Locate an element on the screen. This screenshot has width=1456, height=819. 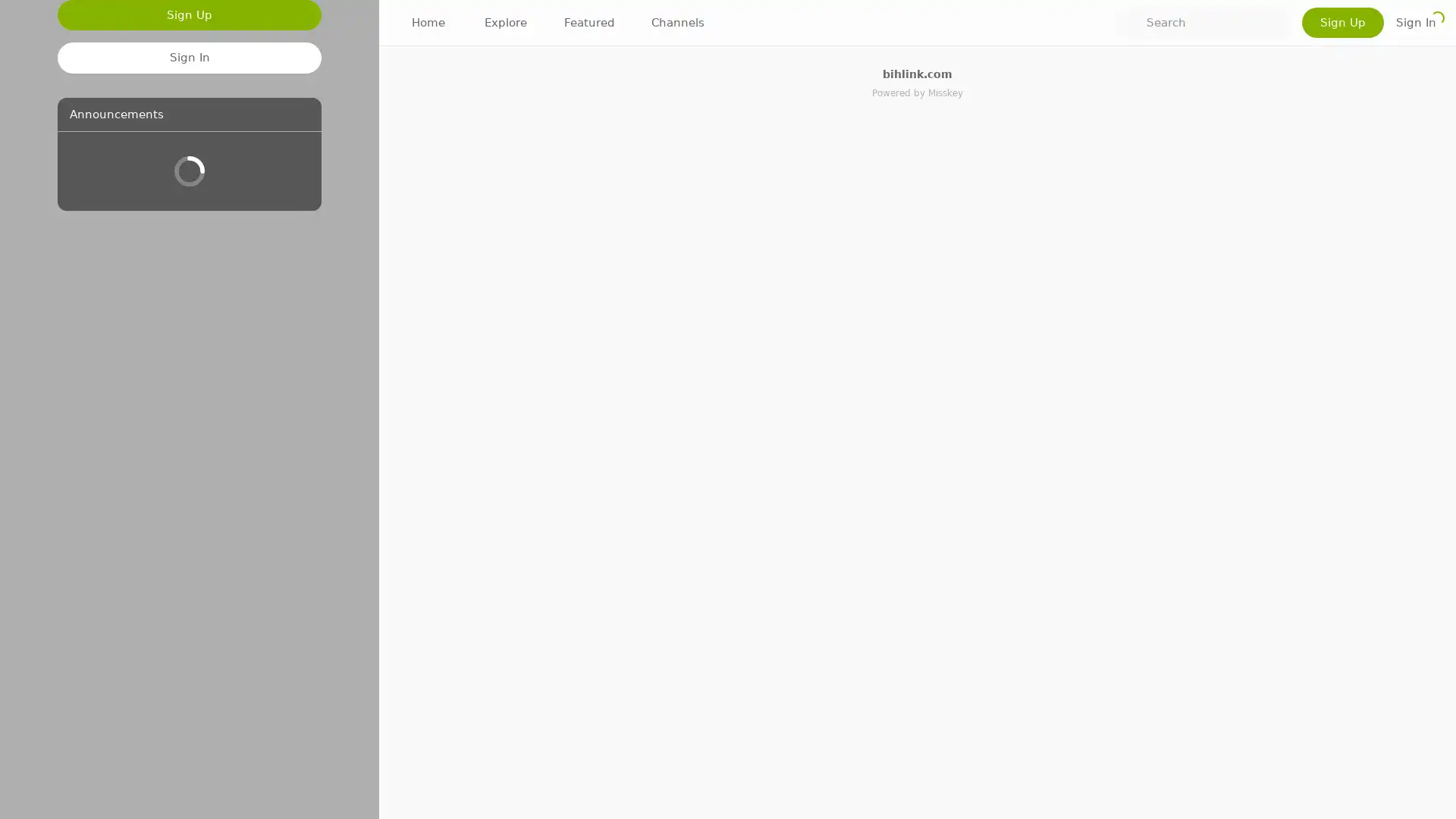
Show more is located at coordinates (944, 166).